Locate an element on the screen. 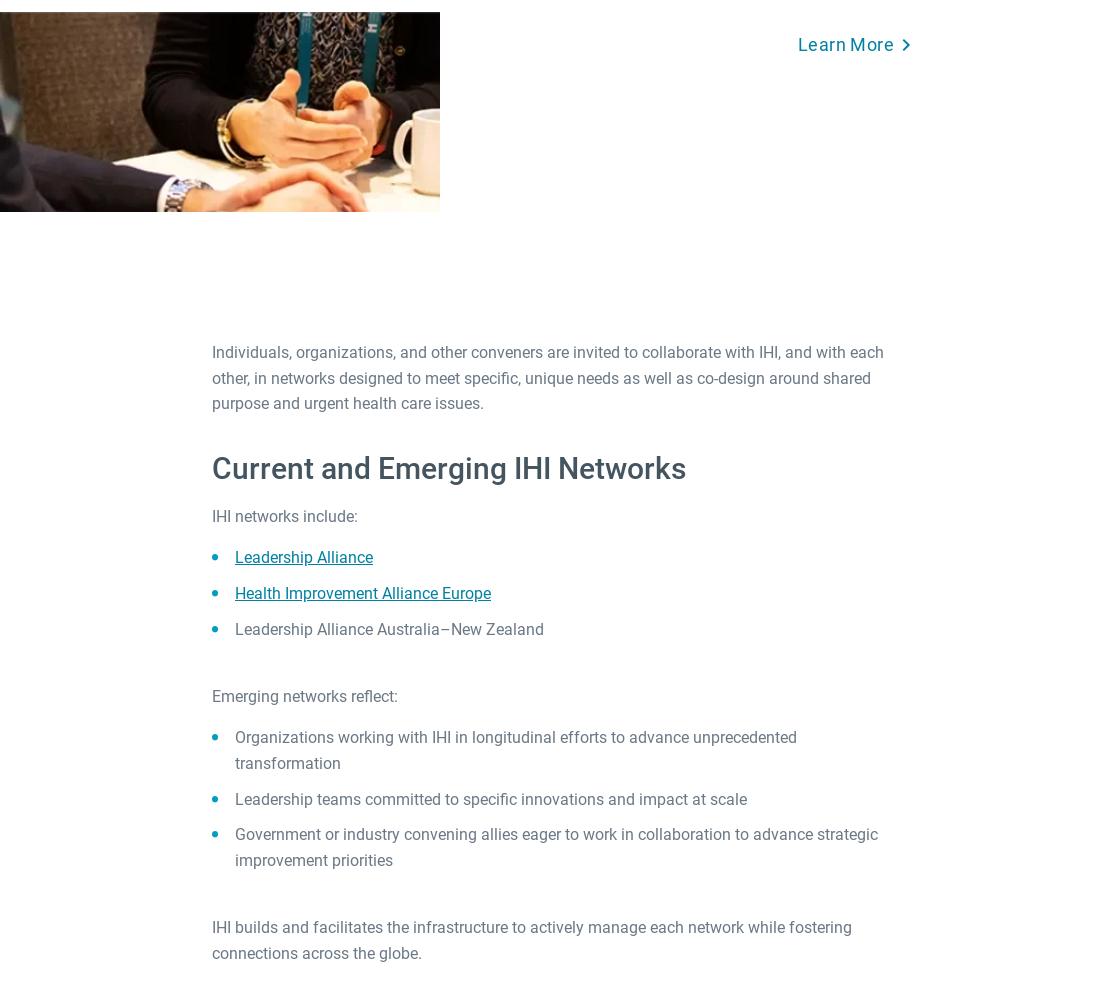 The width and height of the screenshot is (1100, 988). 'Leadership Alliance' is located at coordinates (303, 557).